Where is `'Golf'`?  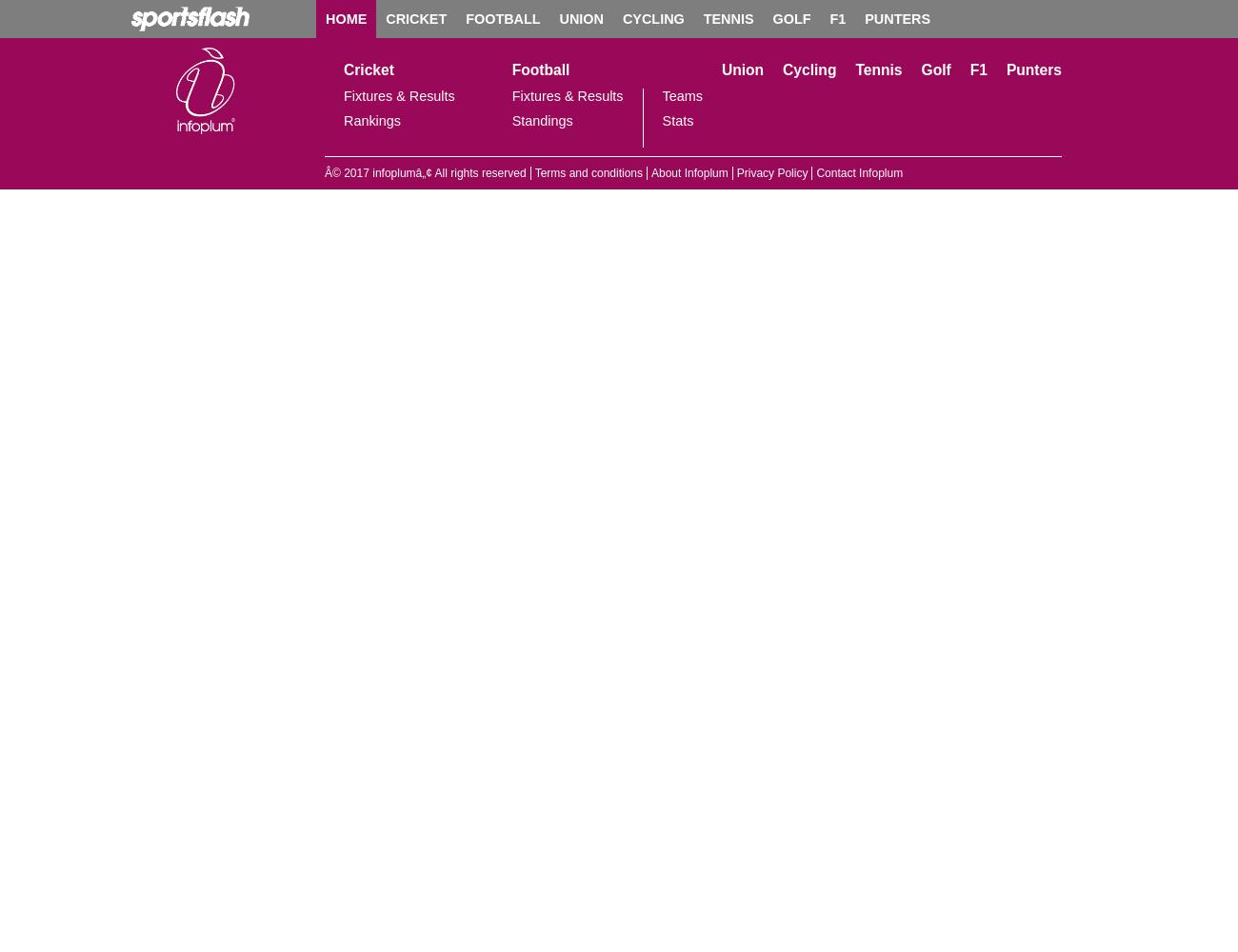 'Golf' is located at coordinates (934, 69).